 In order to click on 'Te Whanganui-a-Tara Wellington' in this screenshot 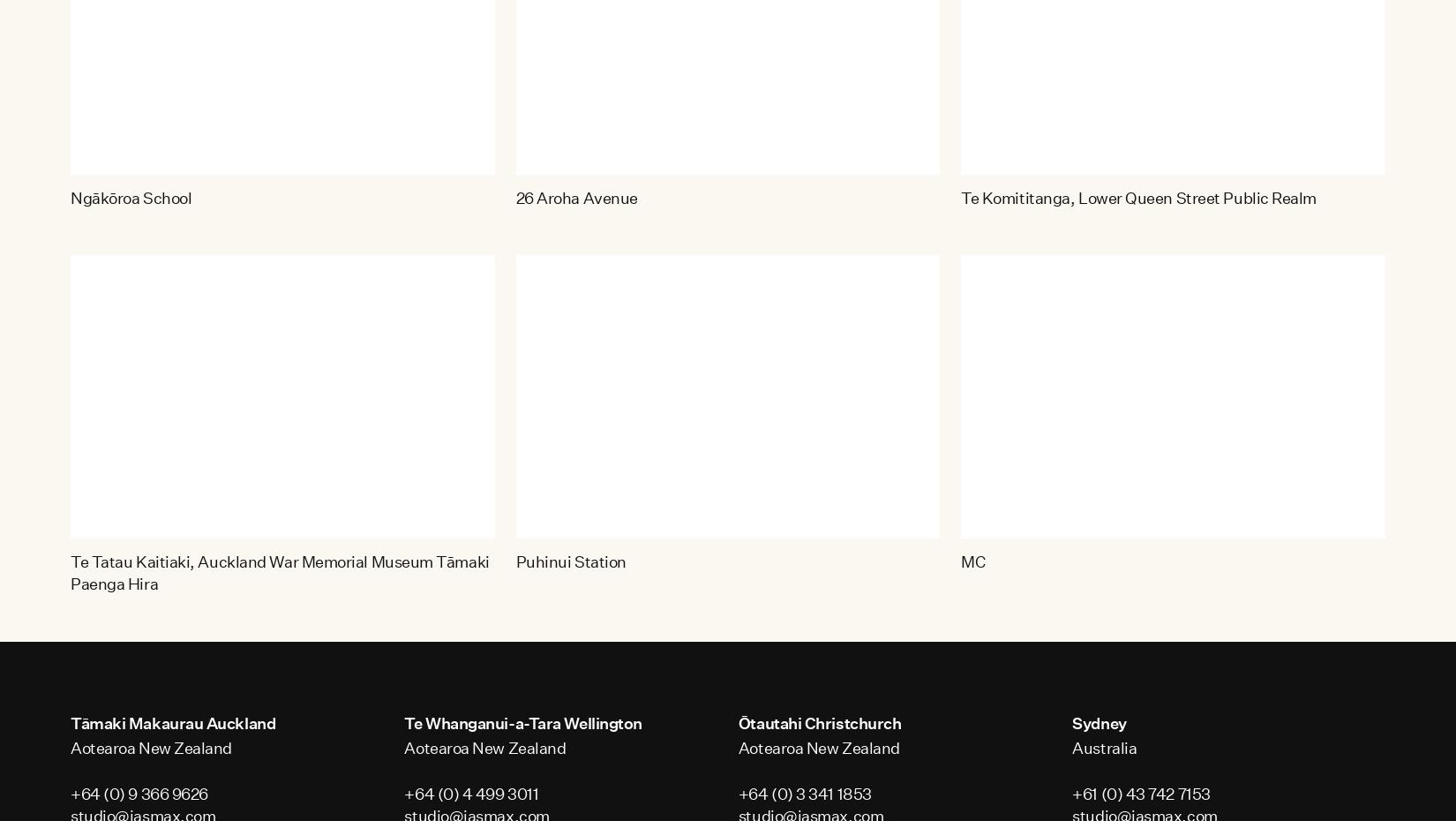, I will do `click(522, 721)`.